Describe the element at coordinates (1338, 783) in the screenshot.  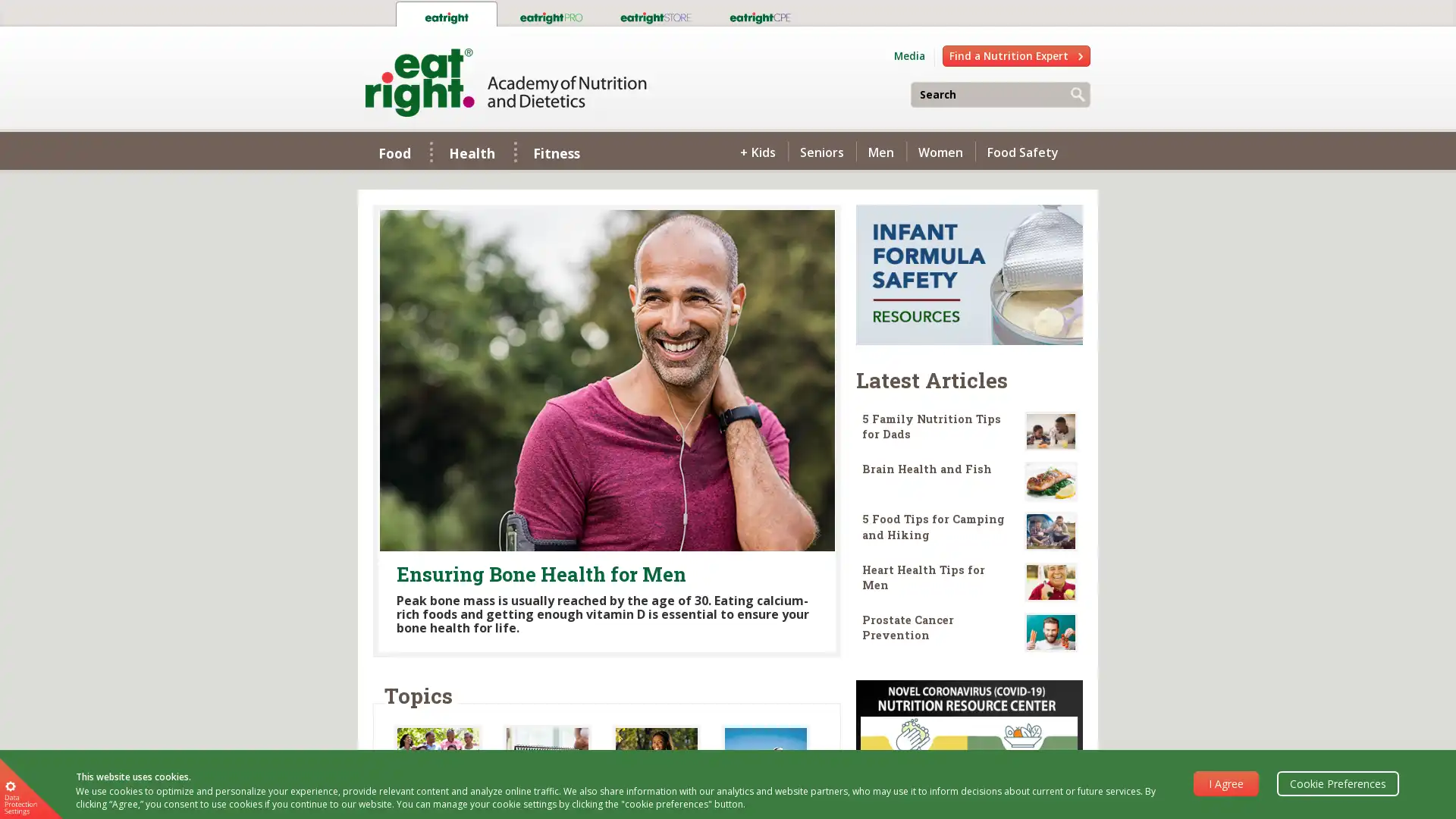
I see `Cookie Preferences` at that location.